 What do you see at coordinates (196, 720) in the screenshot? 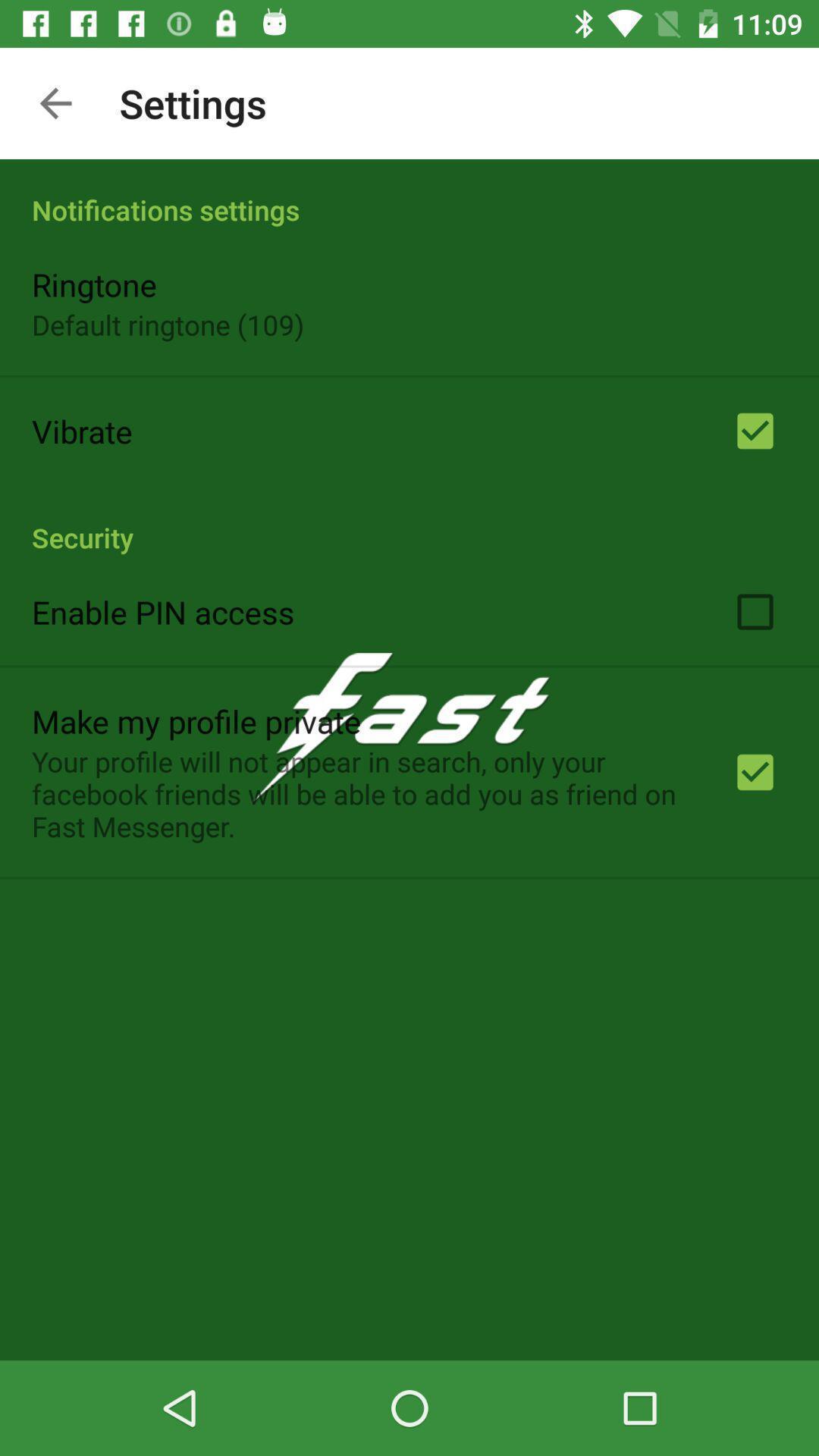
I see `app above the your profile will item` at bounding box center [196, 720].